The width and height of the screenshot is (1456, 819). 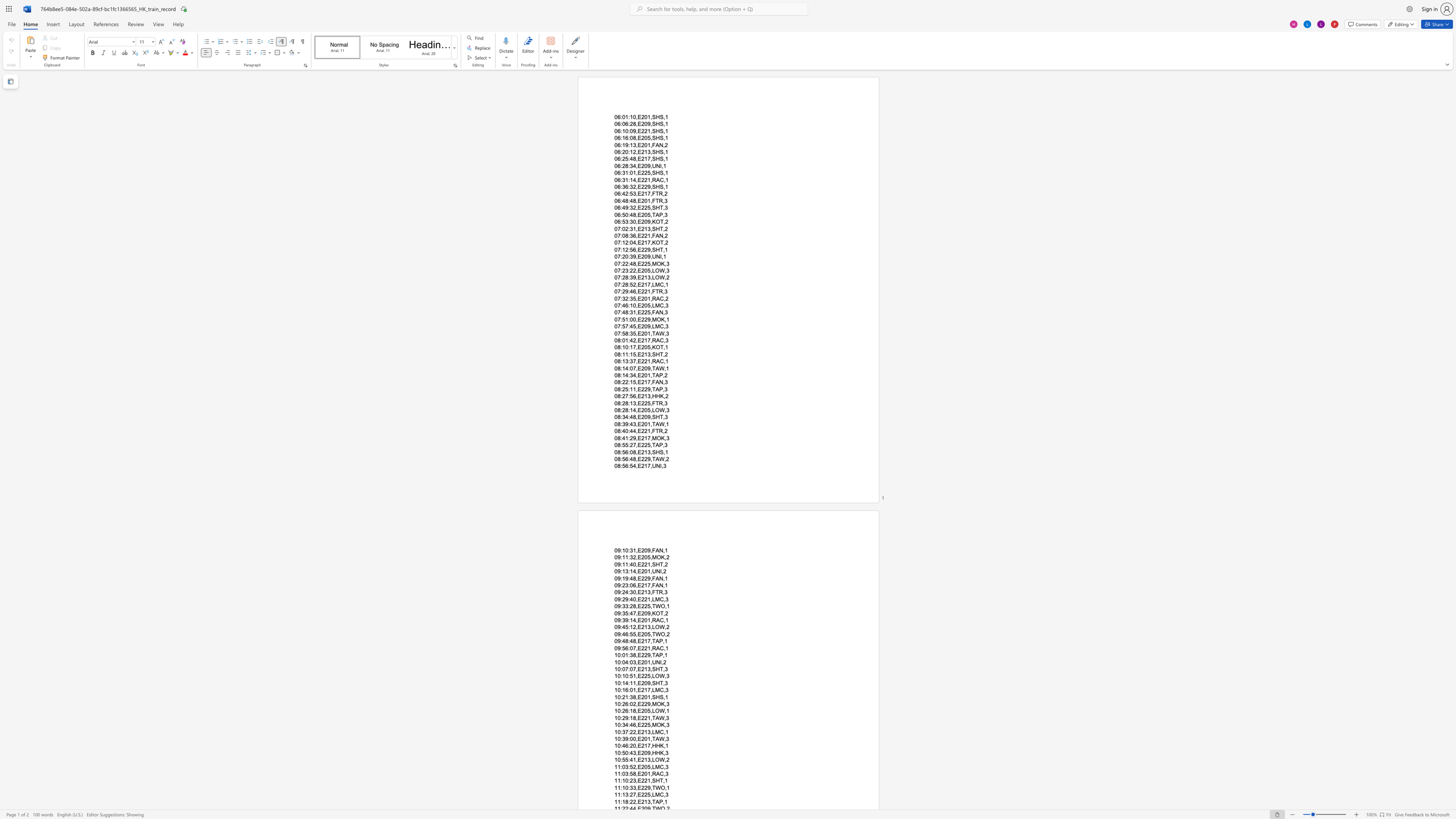 What do you see at coordinates (617, 640) in the screenshot?
I see `the subset text "9:48:4" within the text "09:48:48,E217,TAP,1"` at bounding box center [617, 640].